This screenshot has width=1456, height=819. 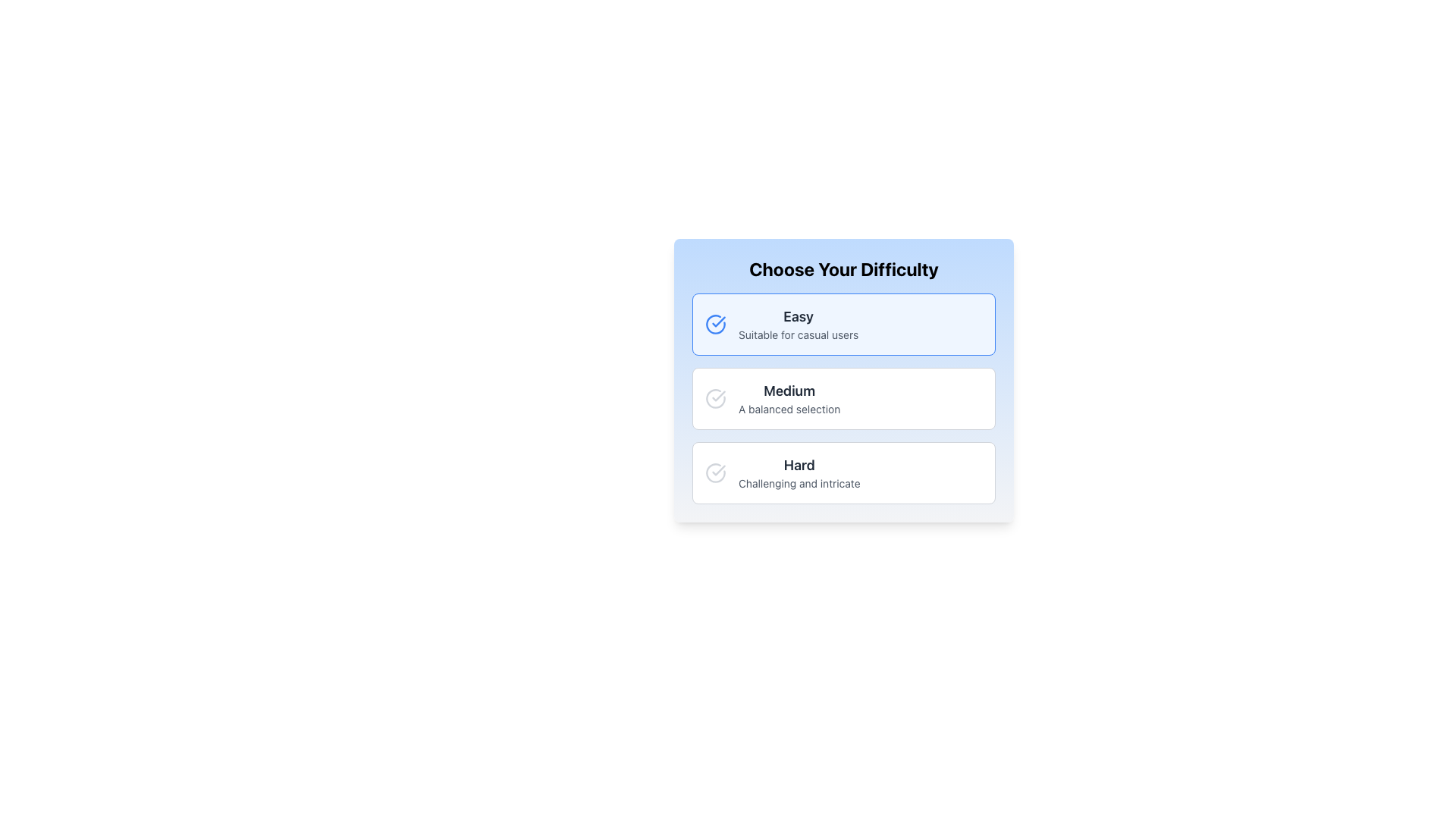 What do you see at coordinates (715, 397) in the screenshot?
I see `the visual indicator icon marking the 'Medium' difficulty level located on the left side of the second card in the 'Choose Your Difficulty' section` at bounding box center [715, 397].